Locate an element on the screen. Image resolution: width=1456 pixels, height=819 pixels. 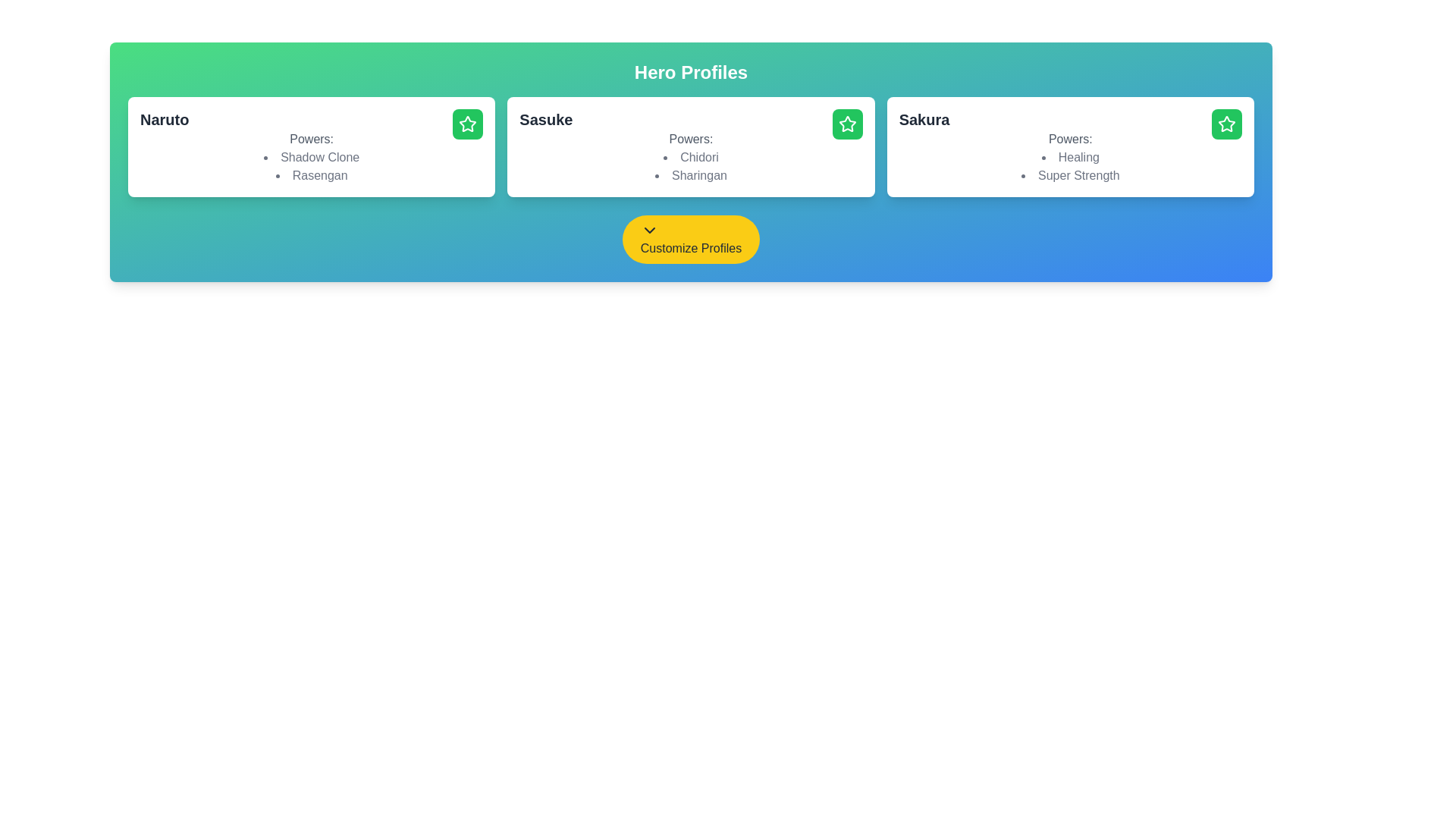
the static text label located below the title 'Sasuke' and above the list of powers 'Chidori' and 'Sharingan' in the second card of three cards is located at coordinates (690, 140).